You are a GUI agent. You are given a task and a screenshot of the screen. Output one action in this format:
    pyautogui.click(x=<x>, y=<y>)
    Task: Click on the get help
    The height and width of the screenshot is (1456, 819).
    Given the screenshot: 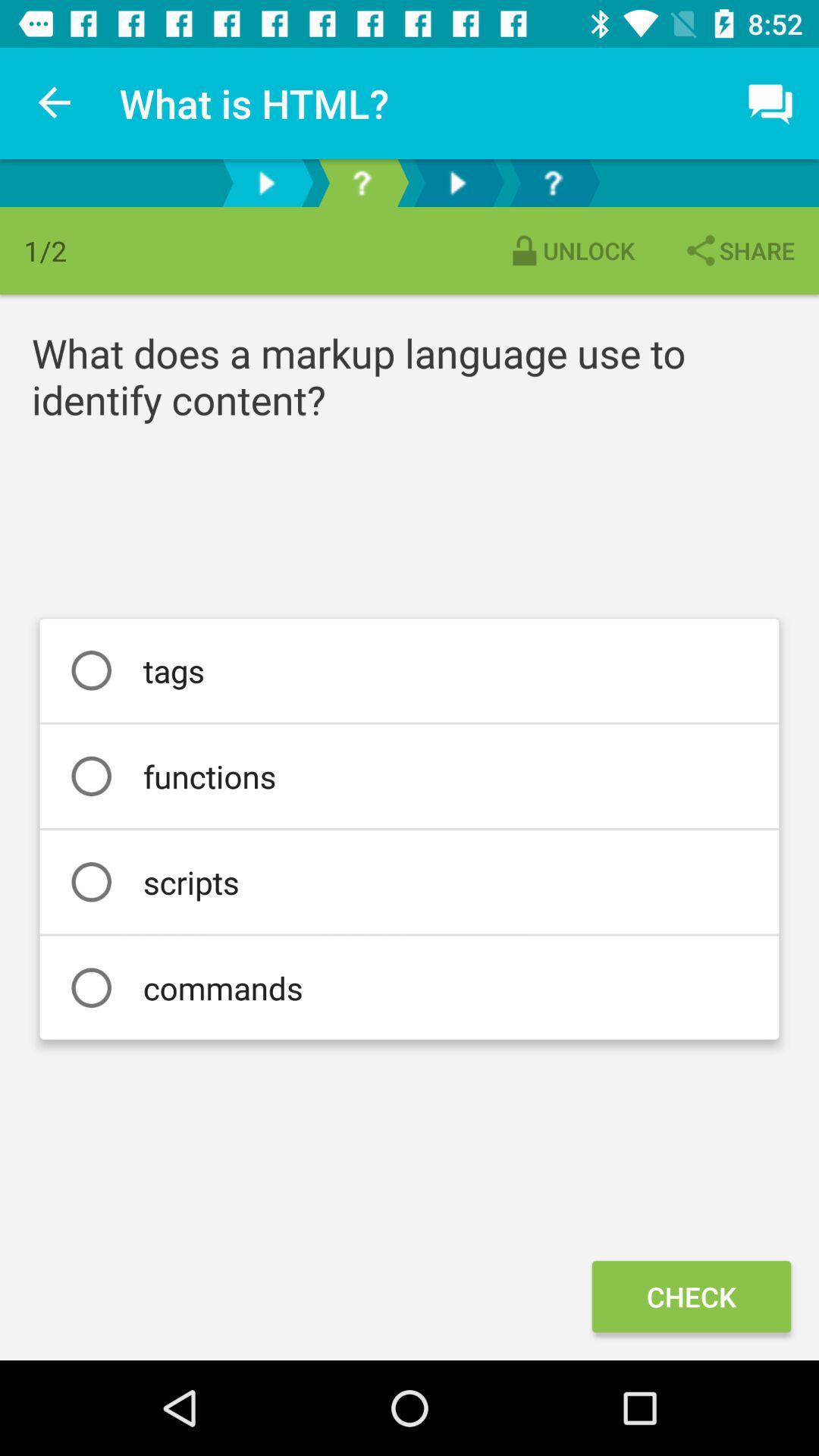 What is the action you would take?
    pyautogui.click(x=553, y=182)
    